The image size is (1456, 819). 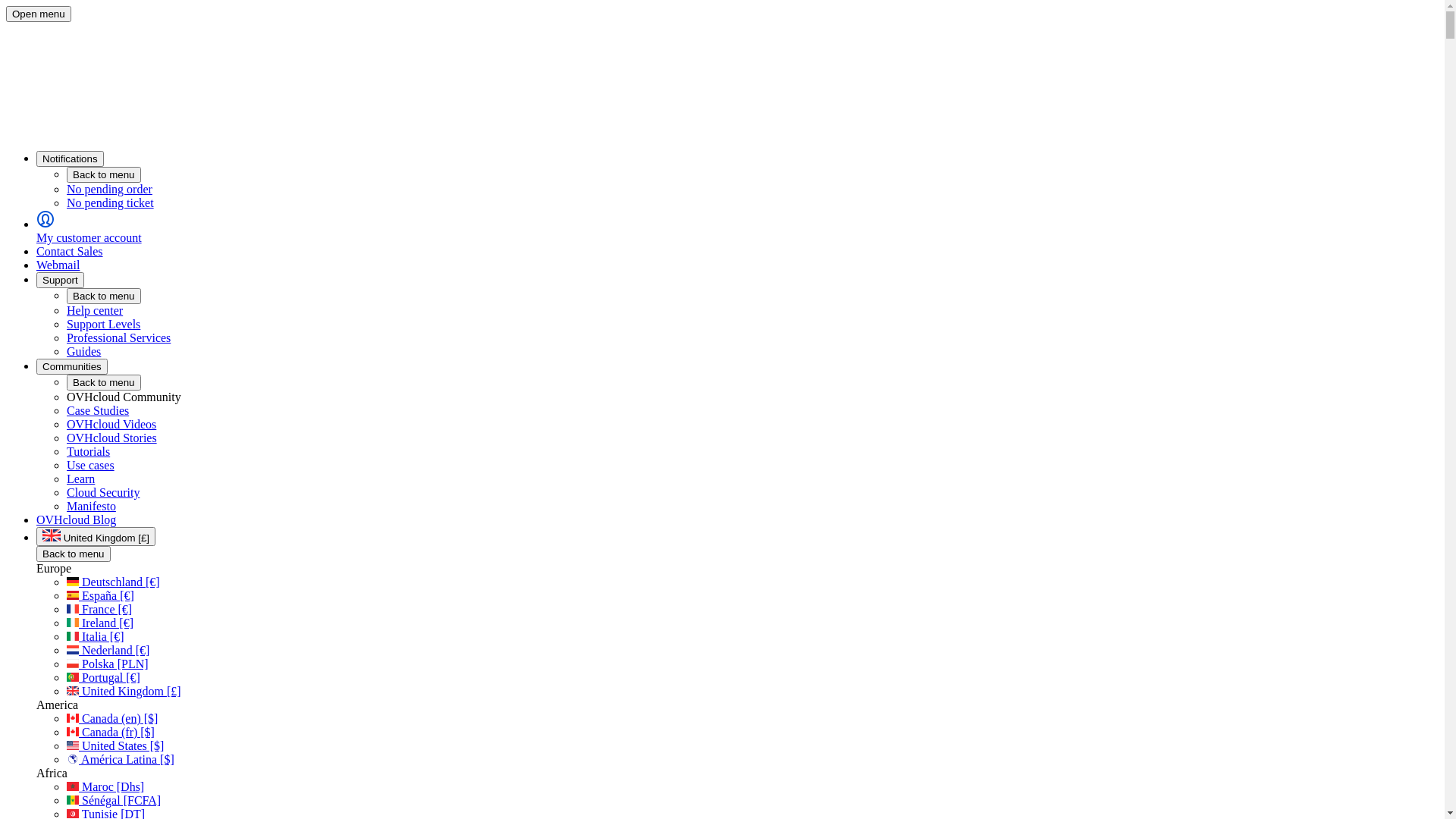 I want to click on 'Maroc [Dhs]', so click(x=105, y=786).